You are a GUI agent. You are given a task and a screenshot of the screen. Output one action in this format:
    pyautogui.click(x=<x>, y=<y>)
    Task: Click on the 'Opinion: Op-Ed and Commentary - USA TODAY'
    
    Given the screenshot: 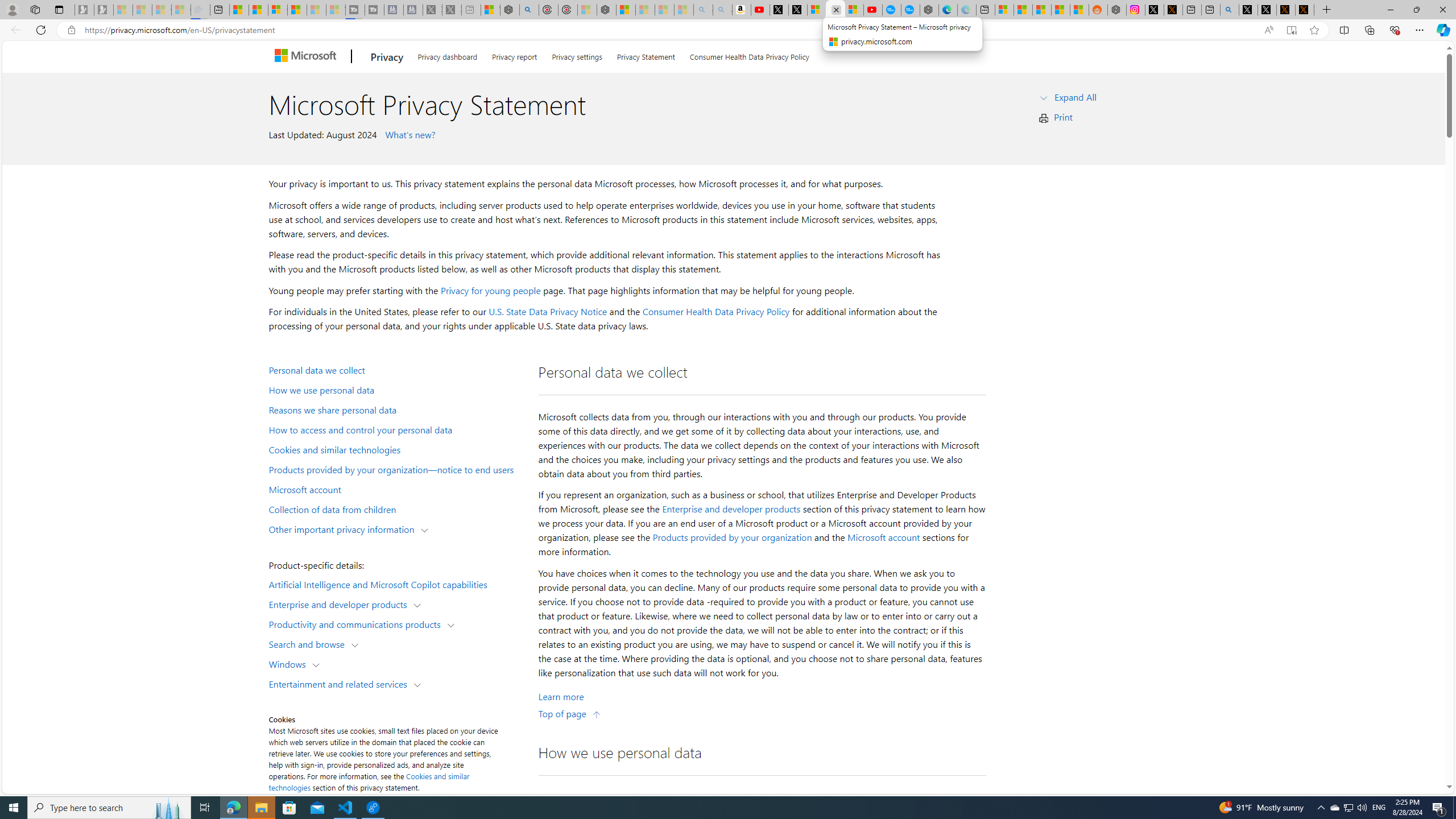 What is the action you would take?
    pyautogui.click(x=892, y=9)
    